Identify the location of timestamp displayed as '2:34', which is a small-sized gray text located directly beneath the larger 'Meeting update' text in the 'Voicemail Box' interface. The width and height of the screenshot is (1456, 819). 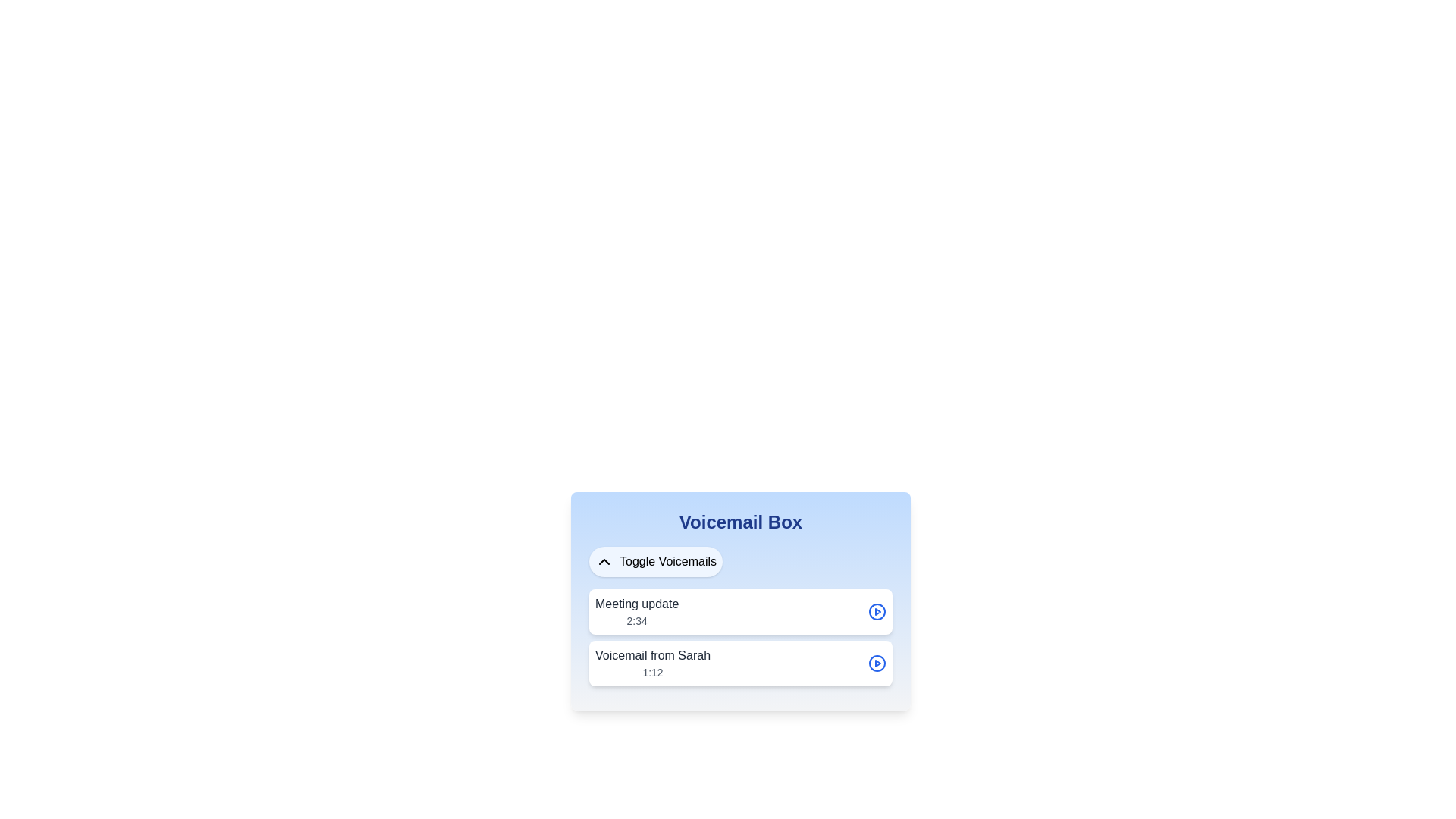
(637, 620).